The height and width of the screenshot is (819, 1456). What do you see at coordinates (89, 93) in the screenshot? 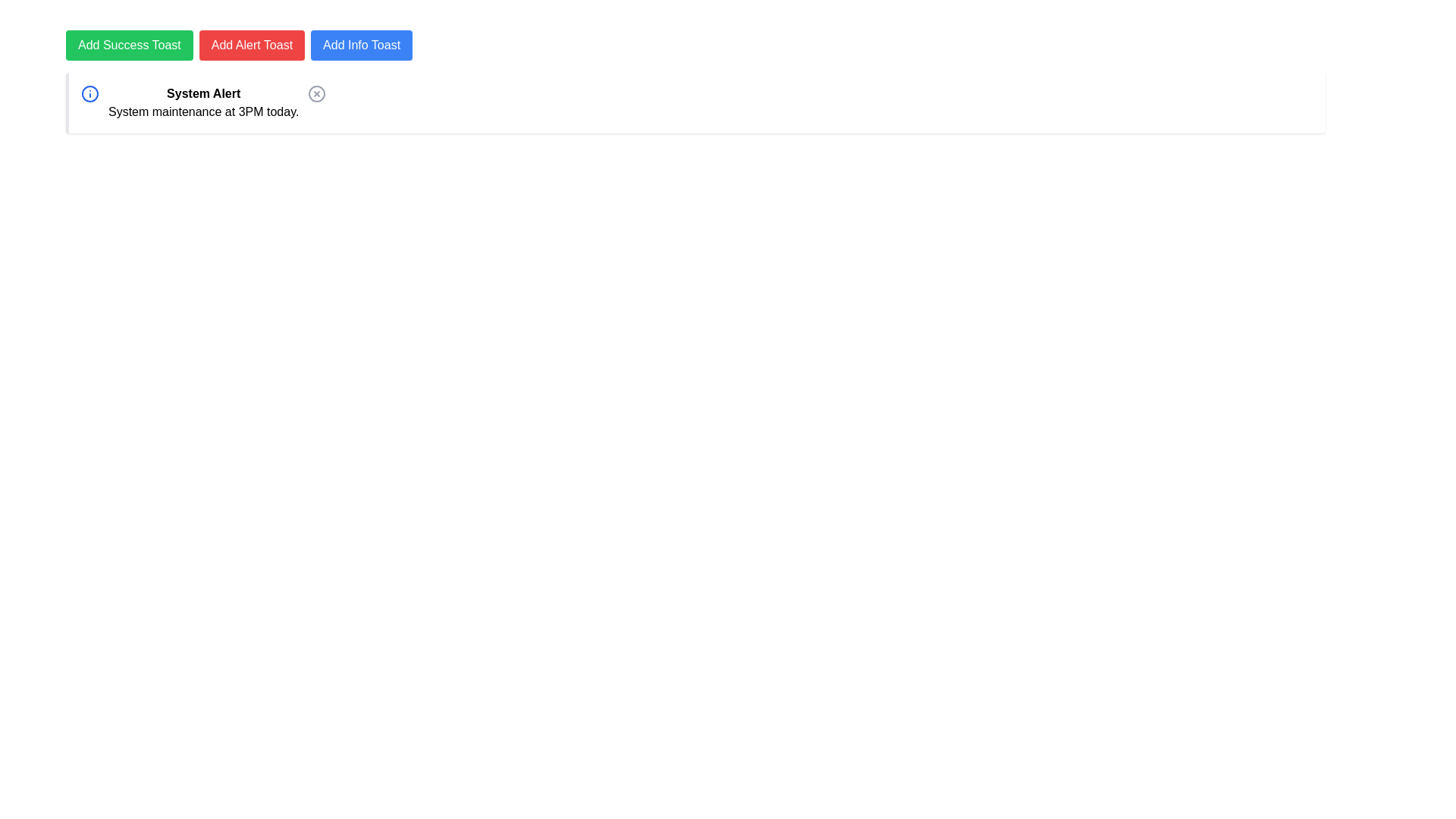
I see `the information icon located in the System Alert notification bar, positioned on the far left side next to the bolded text 'System Alert'` at bounding box center [89, 93].